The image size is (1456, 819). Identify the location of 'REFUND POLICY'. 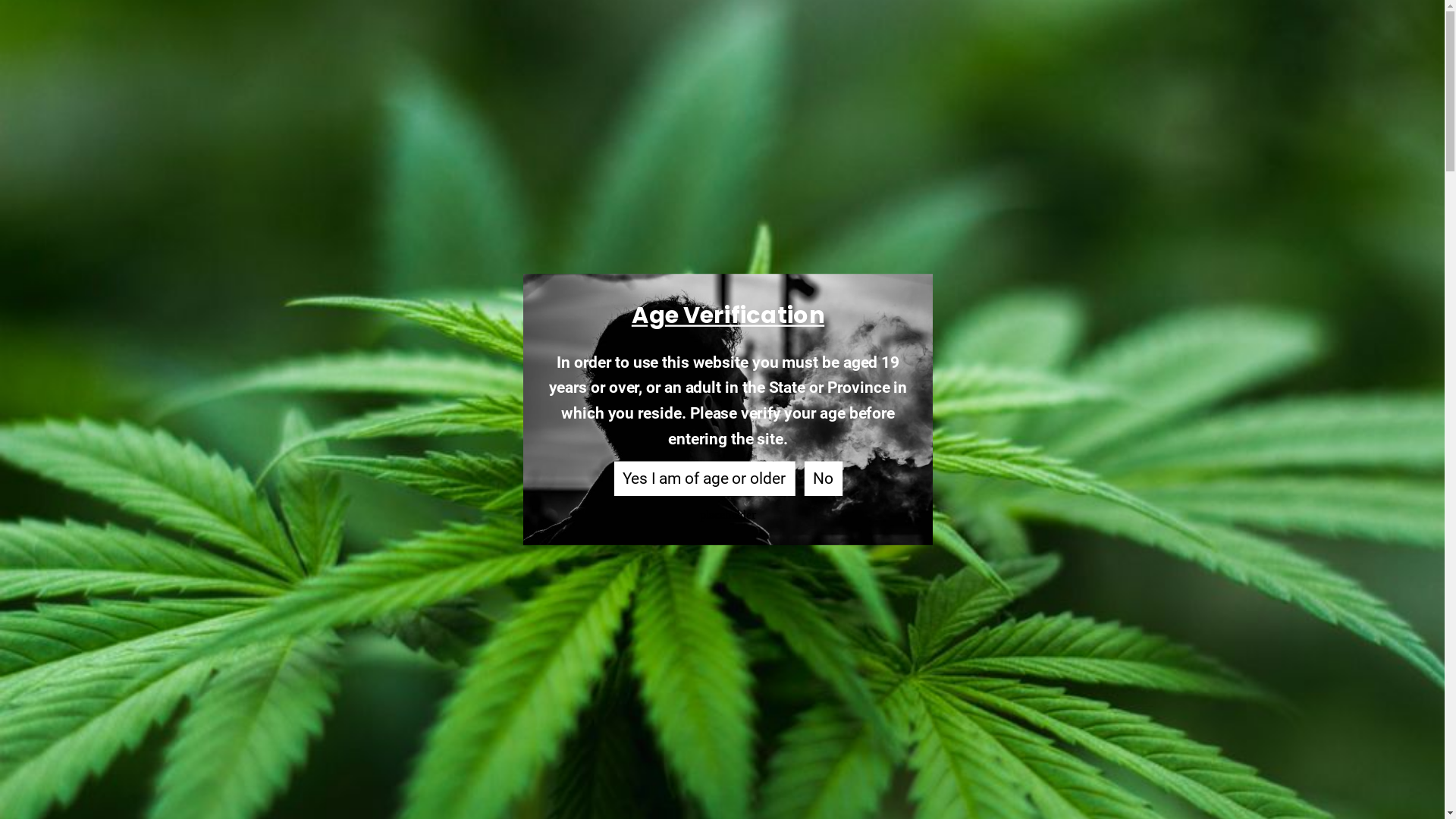
(372, 658).